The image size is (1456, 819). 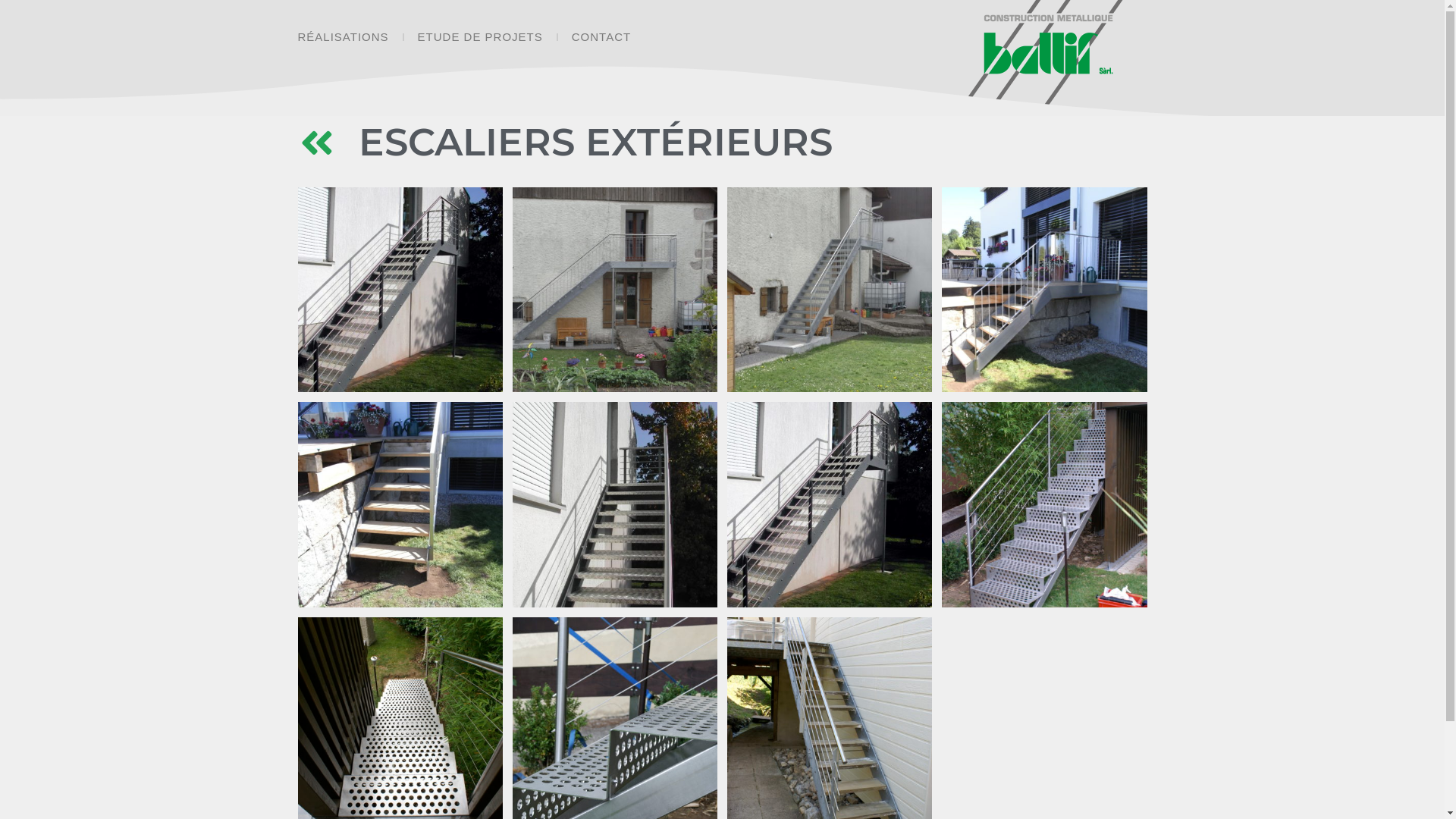 What do you see at coordinates (479, 36) in the screenshot?
I see `'ETUDE DE PROJETS'` at bounding box center [479, 36].